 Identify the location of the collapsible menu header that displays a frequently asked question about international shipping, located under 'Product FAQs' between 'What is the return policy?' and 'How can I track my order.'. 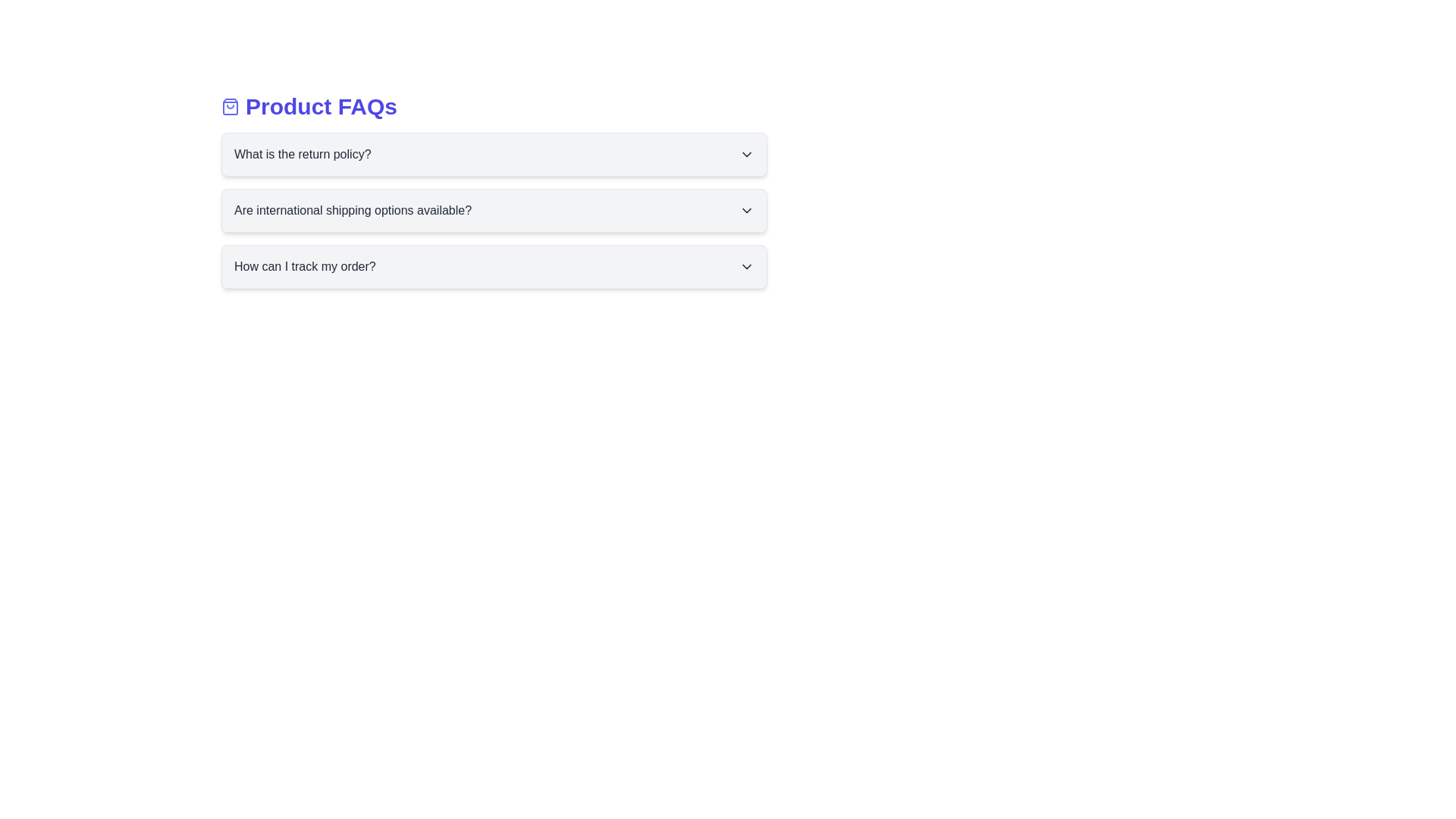
(494, 210).